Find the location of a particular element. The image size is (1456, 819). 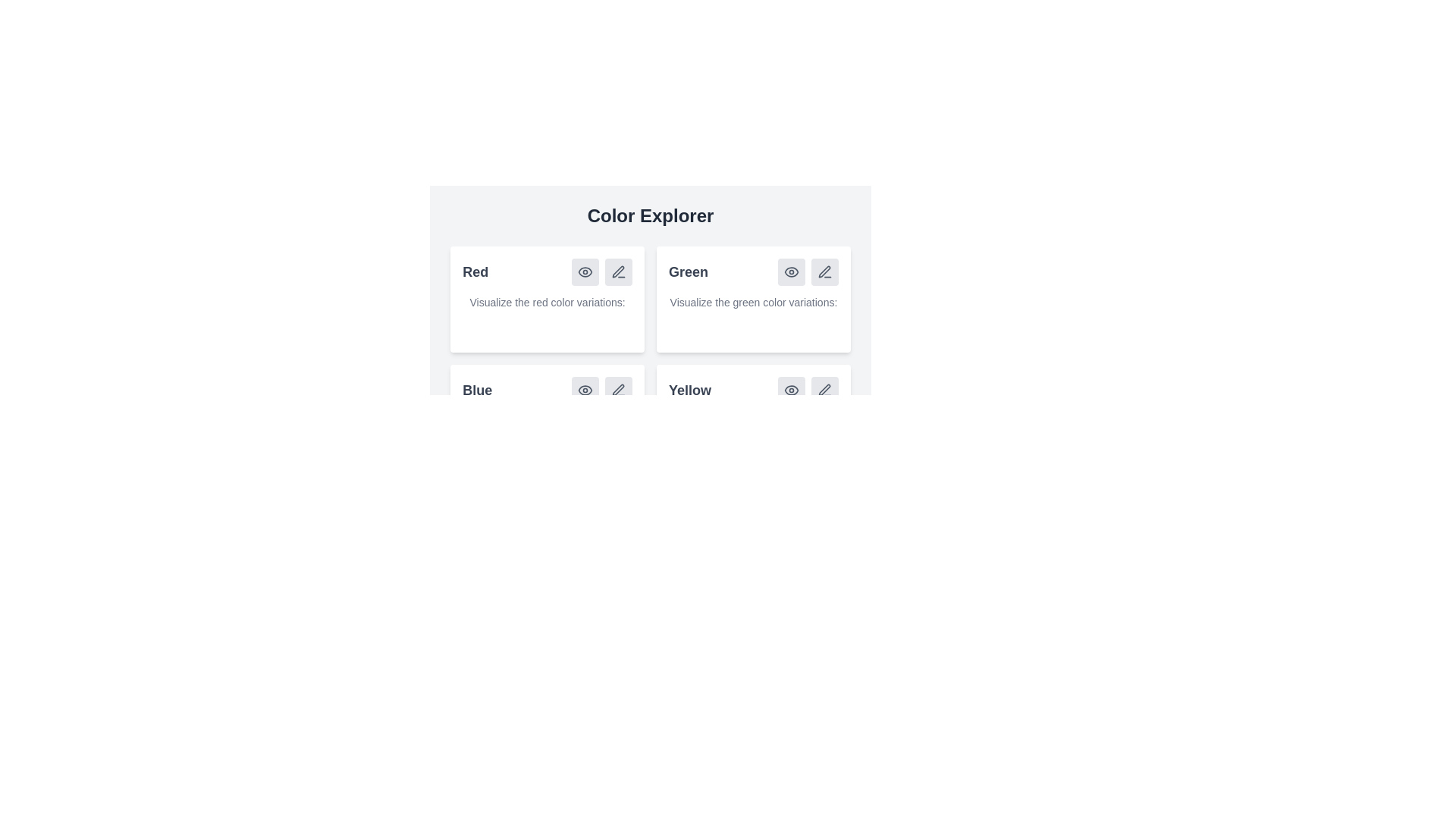

the graphical representation of the pen icon located in the bottom-left card of the 'Blue' color category is located at coordinates (618, 389).